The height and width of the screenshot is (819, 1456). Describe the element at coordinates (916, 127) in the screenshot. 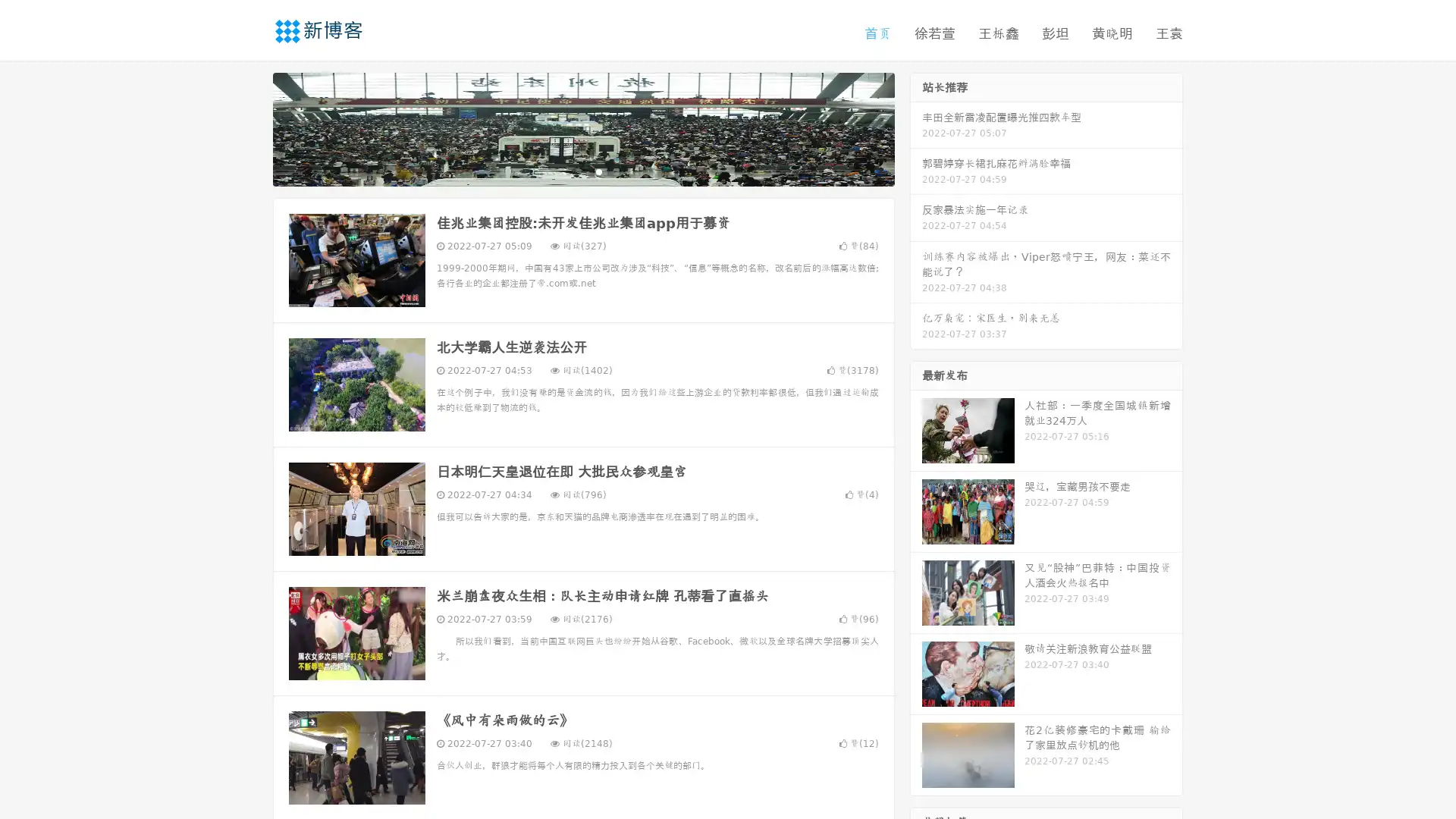

I see `Next slide` at that location.